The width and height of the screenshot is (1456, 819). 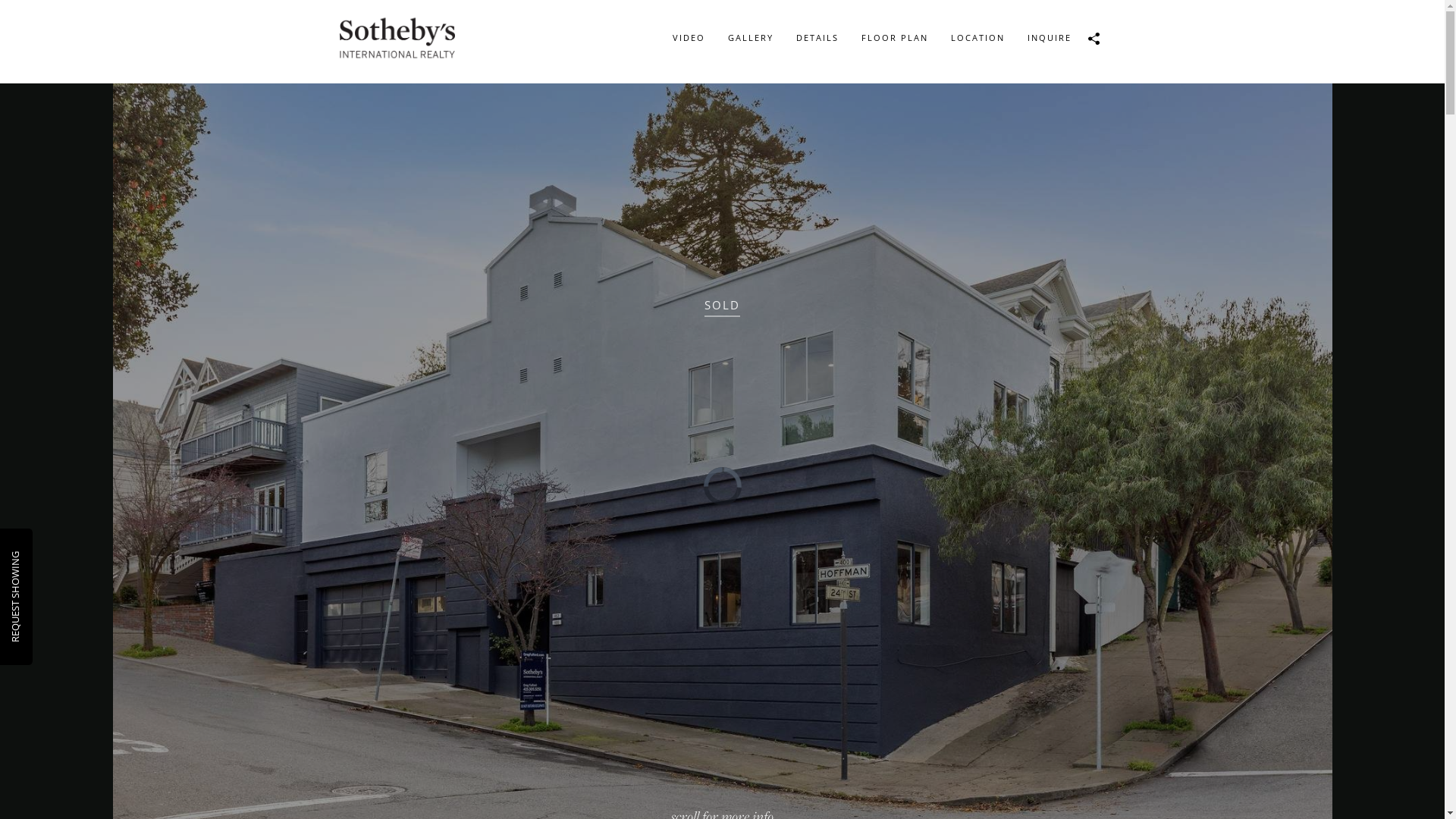 I want to click on 'DETAILS', so click(x=815, y=37).